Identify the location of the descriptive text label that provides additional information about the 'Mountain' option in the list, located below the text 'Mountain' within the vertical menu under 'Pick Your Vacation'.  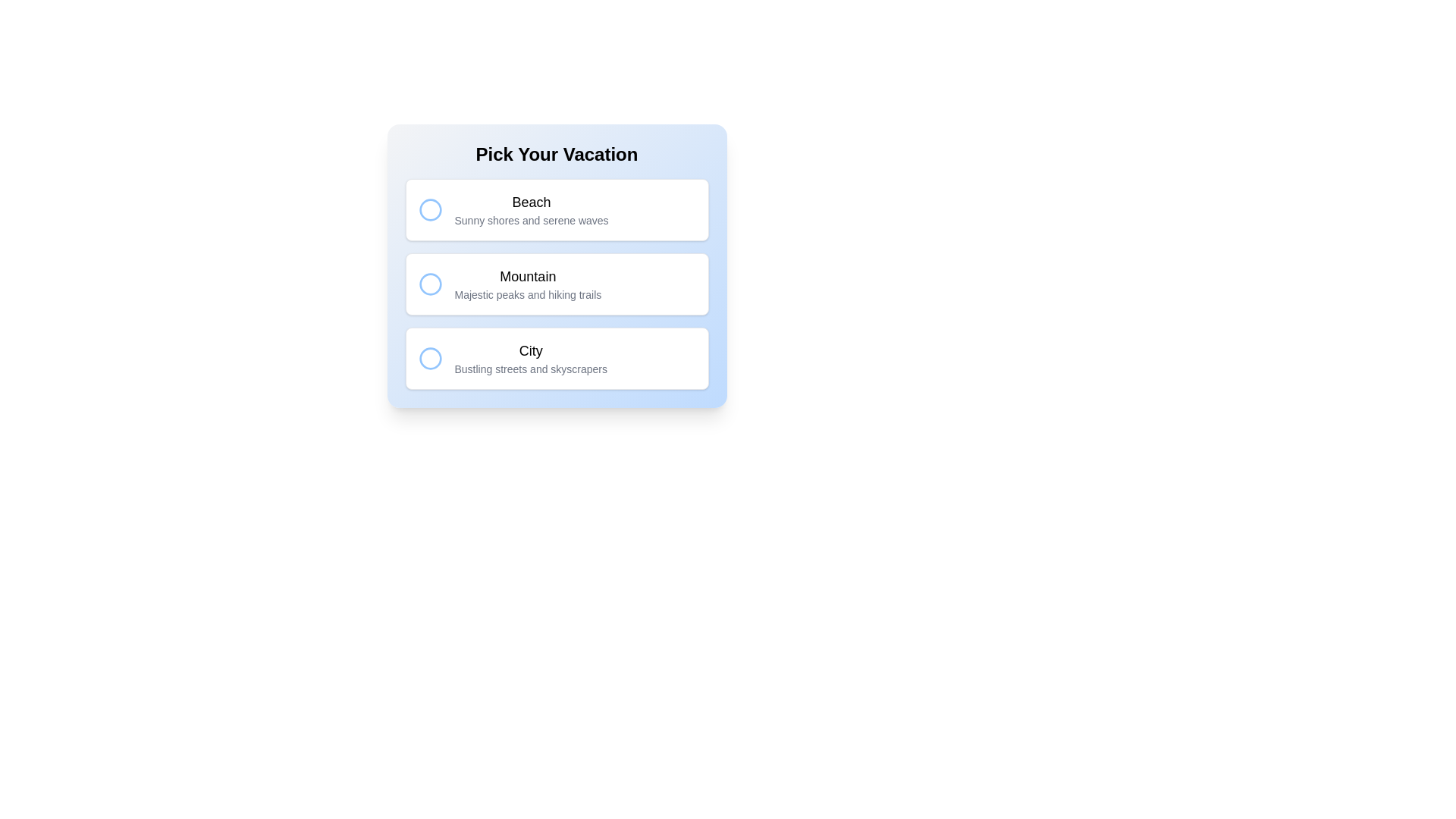
(528, 295).